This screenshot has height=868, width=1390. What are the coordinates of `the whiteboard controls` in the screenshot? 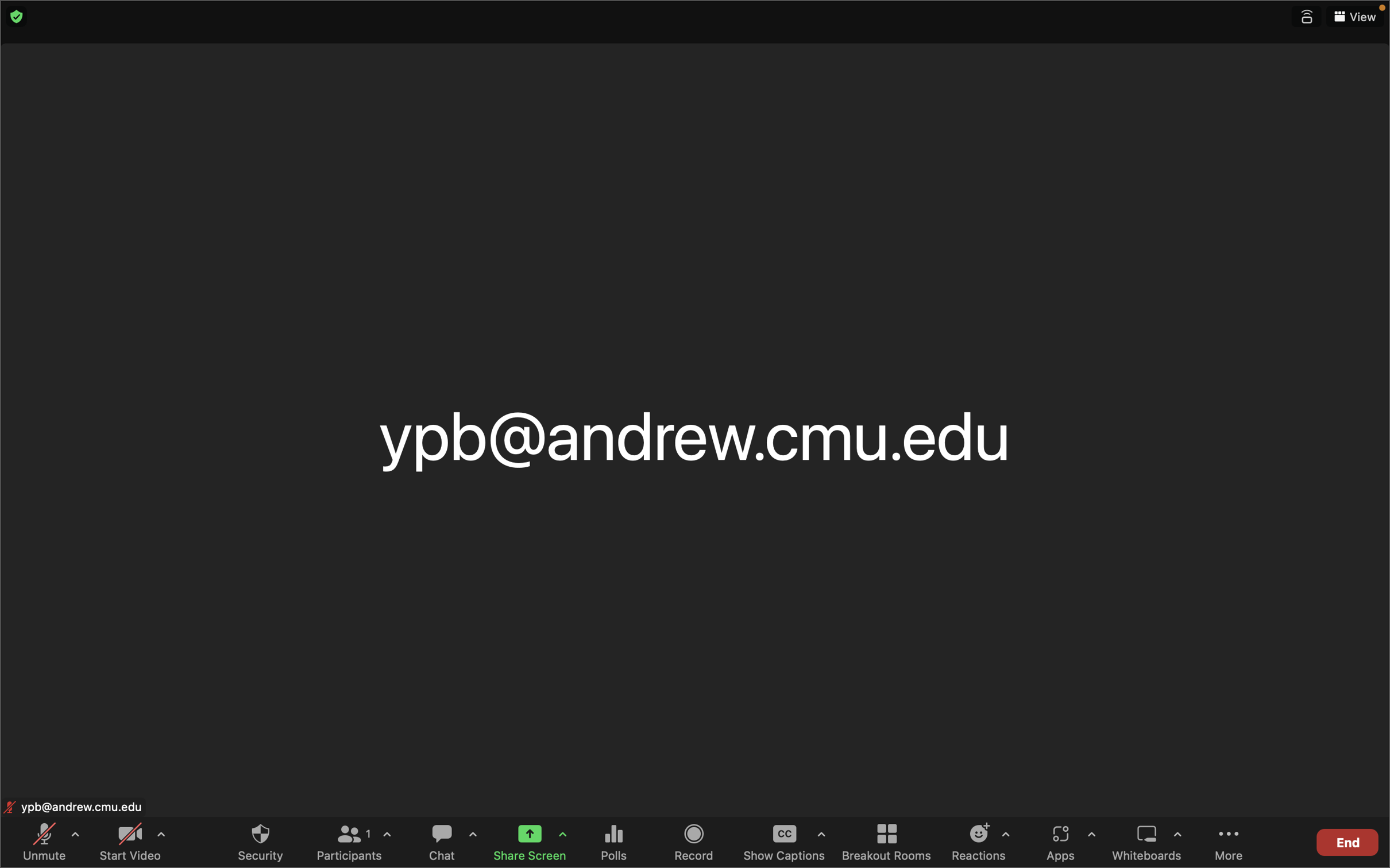 It's located at (1177, 842).